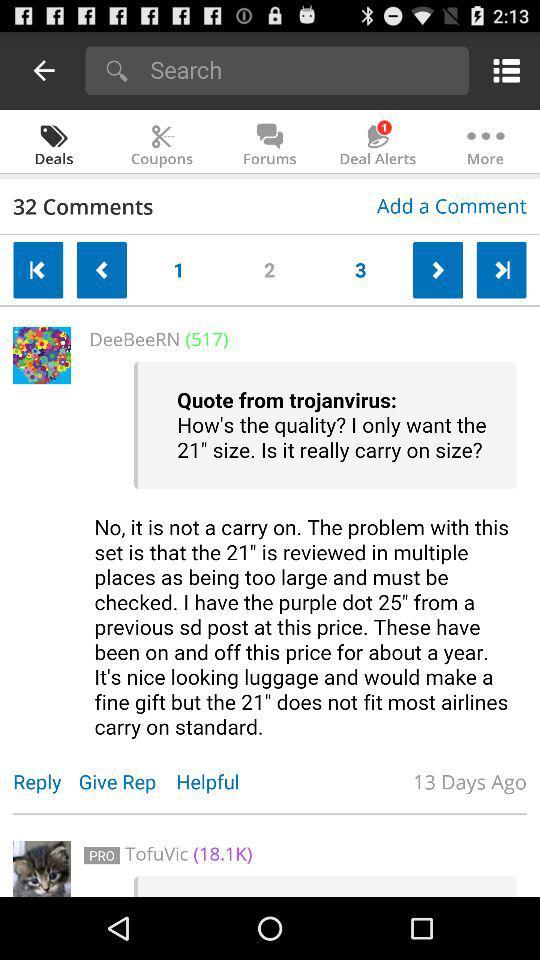 This screenshot has height=960, width=540. I want to click on the icon to the right of 1 icon, so click(269, 265).